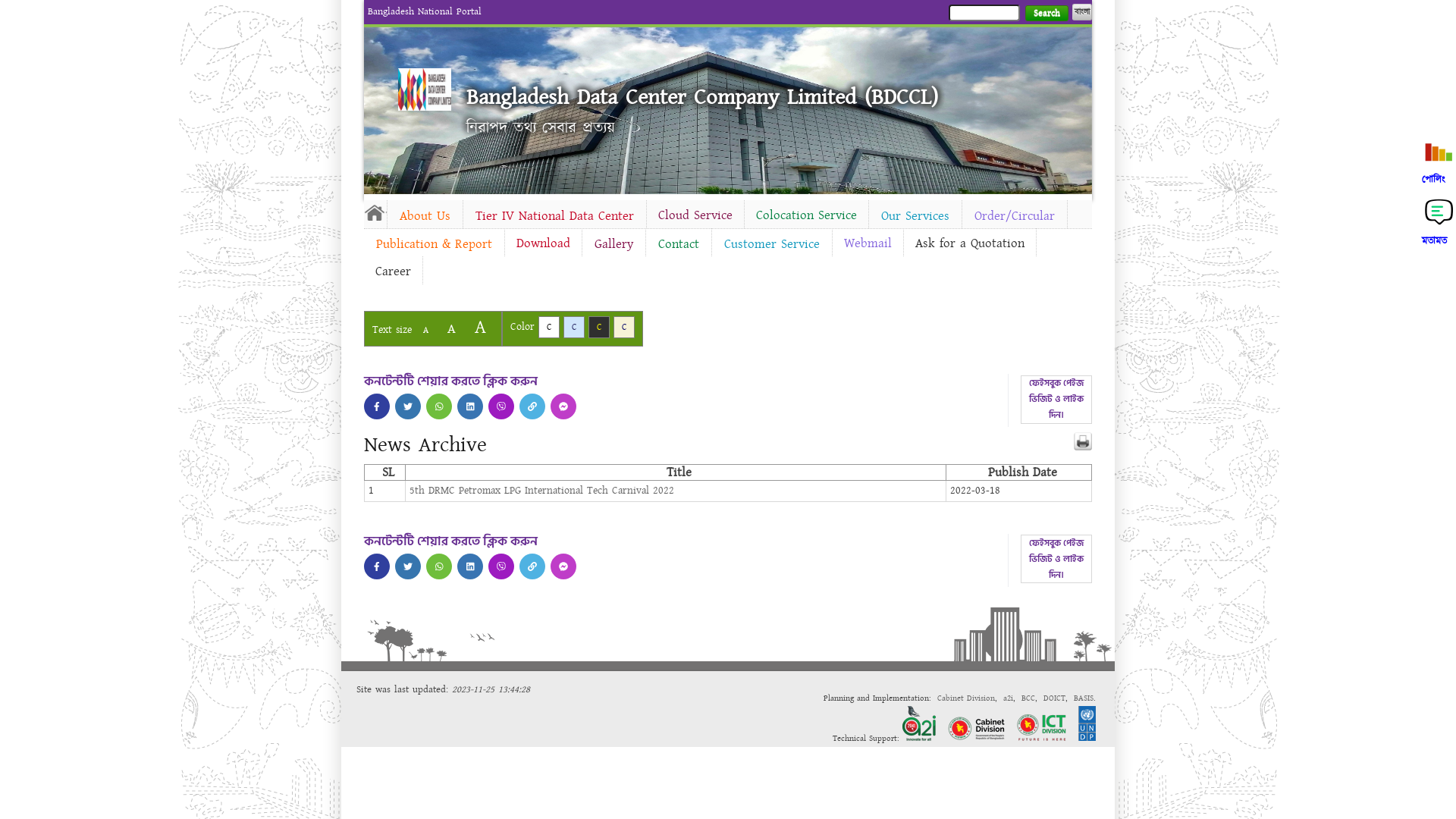 The width and height of the screenshot is (1456, 819). I want to click on 'Contact', so click(677, 243).